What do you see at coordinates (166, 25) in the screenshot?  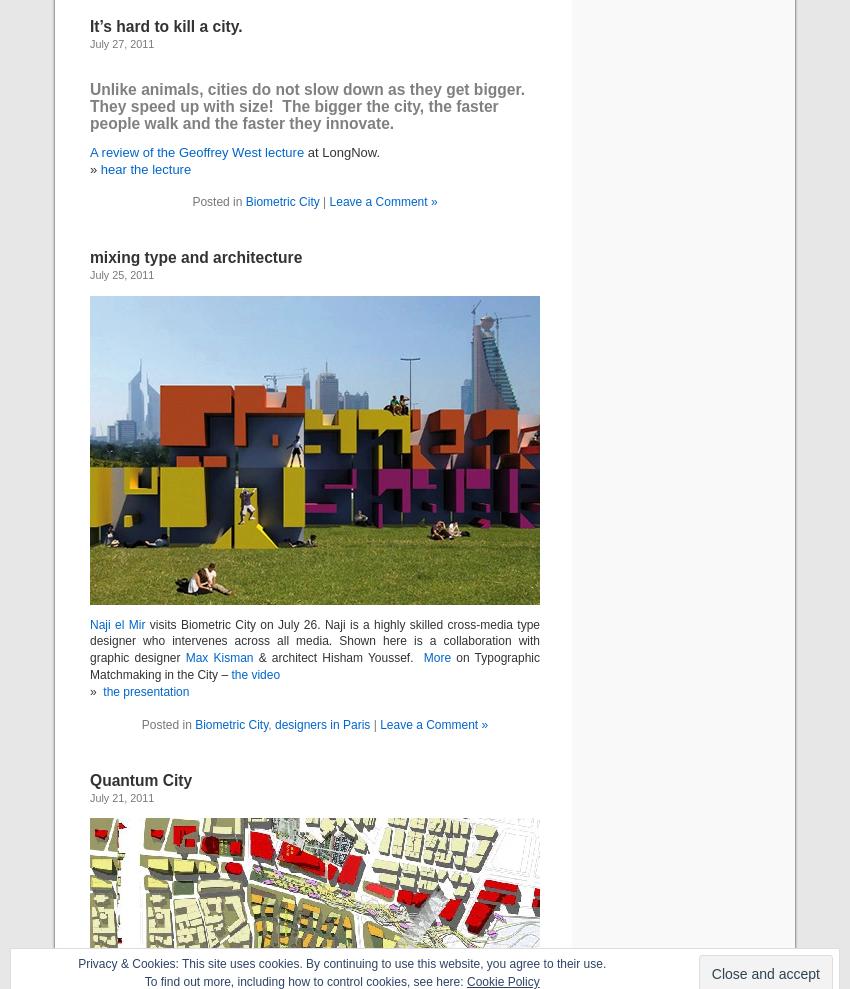 I see `'It’s hard to kill a city.'` at bounding box center [166, 25].